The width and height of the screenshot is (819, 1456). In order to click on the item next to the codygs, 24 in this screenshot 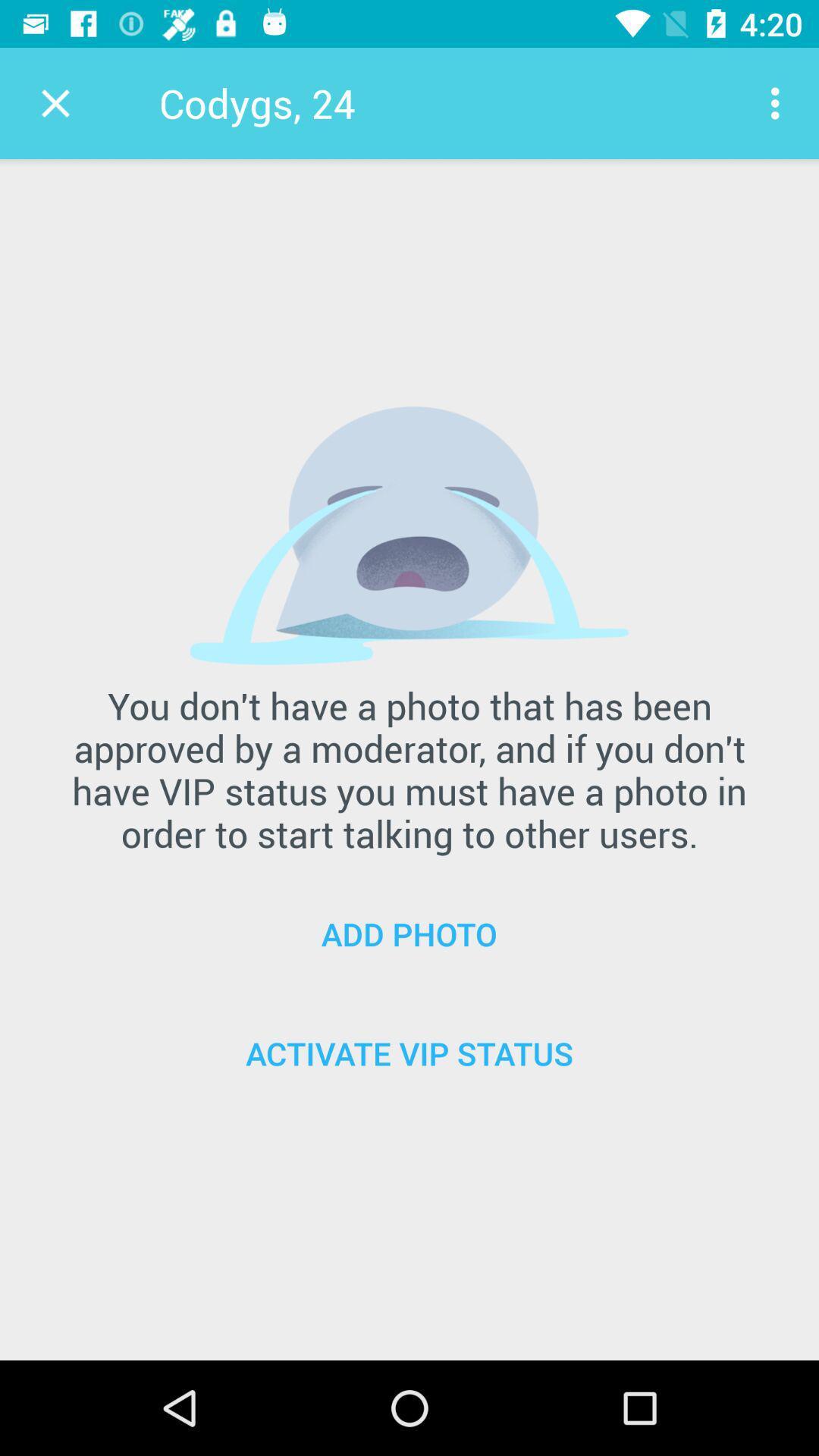, I will do `click(779, 102)`.